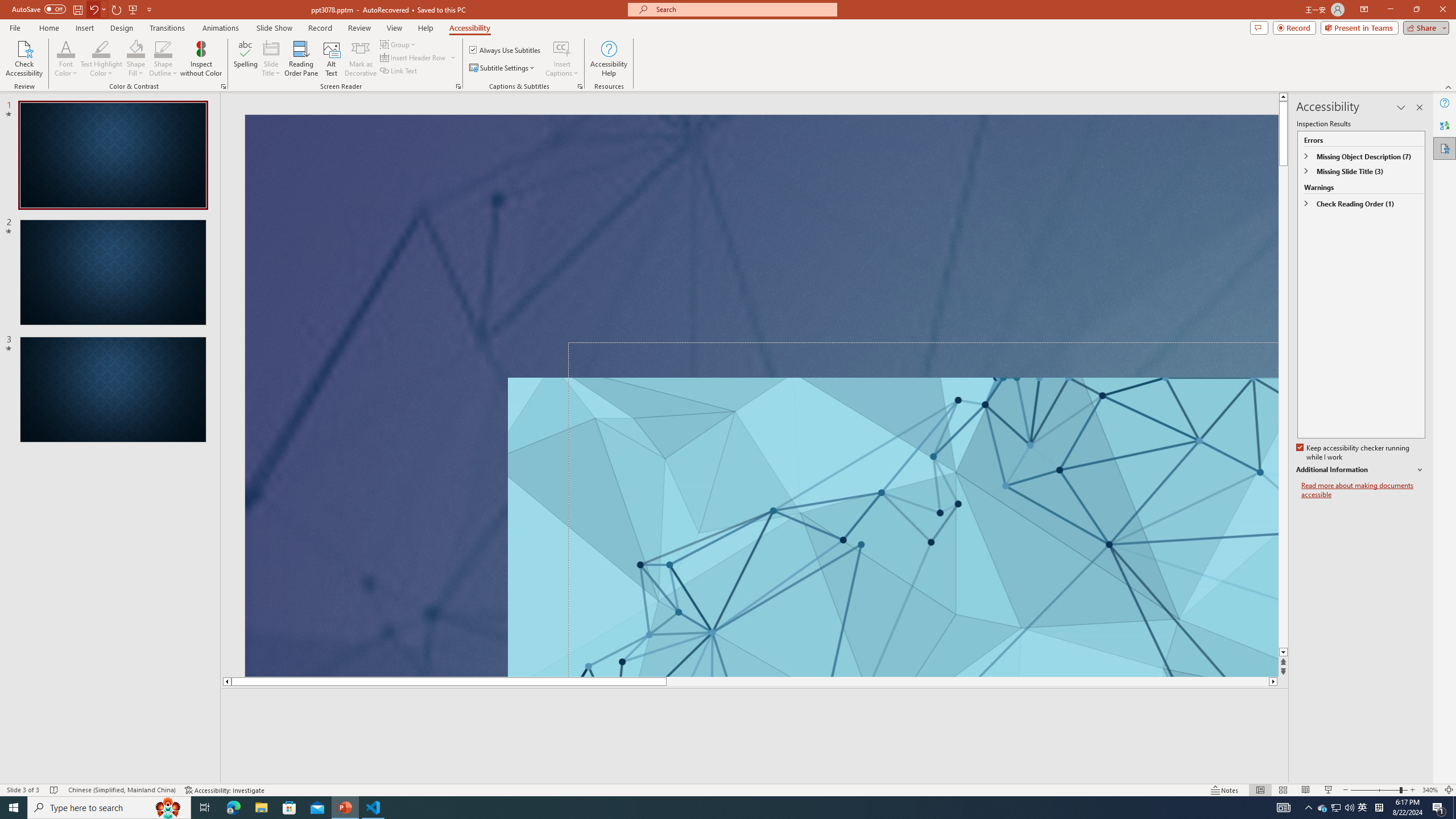 The height and width of the screenshot is (819, 1456). What do you see at coordinates (1363, 490) in the screenshot?
I see `'Read more about making documents accessible'` at bounding box center [1363, 490].